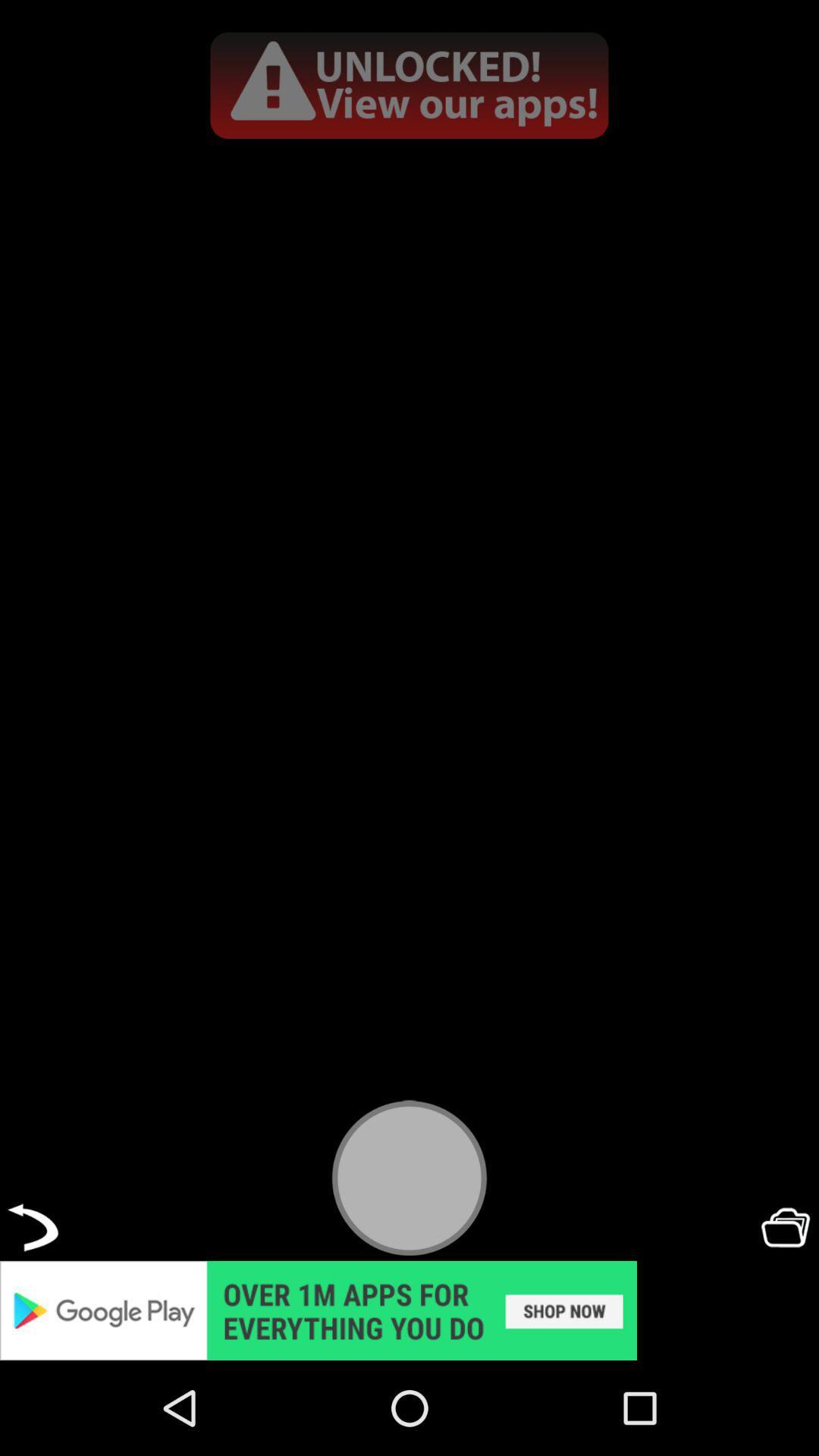 The image size is (819, 1456). I want to click on capture media, so click(409, 1177).